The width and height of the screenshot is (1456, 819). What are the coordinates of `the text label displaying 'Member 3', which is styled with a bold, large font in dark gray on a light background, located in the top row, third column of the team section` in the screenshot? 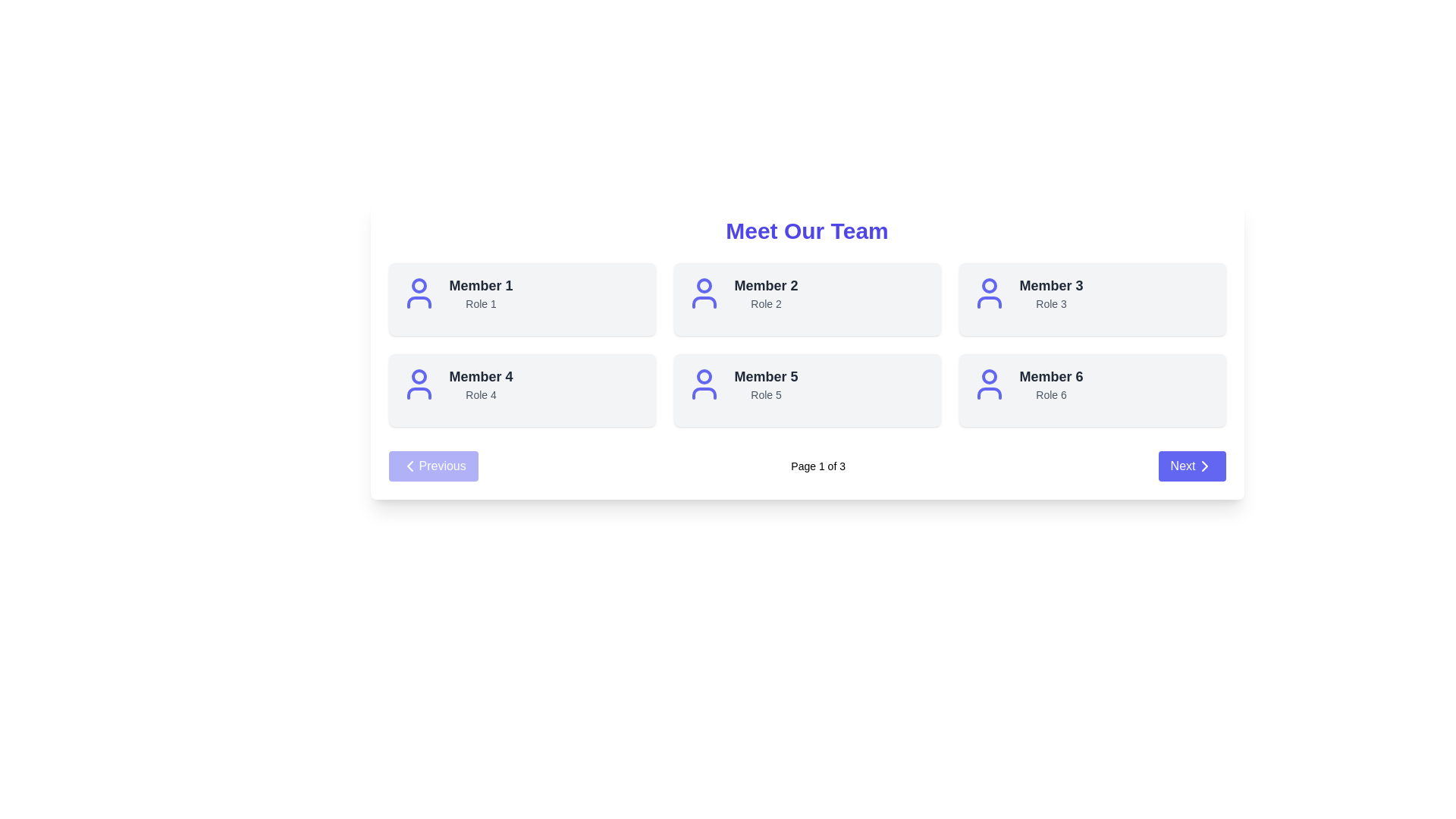 It's located at (1050, 286).